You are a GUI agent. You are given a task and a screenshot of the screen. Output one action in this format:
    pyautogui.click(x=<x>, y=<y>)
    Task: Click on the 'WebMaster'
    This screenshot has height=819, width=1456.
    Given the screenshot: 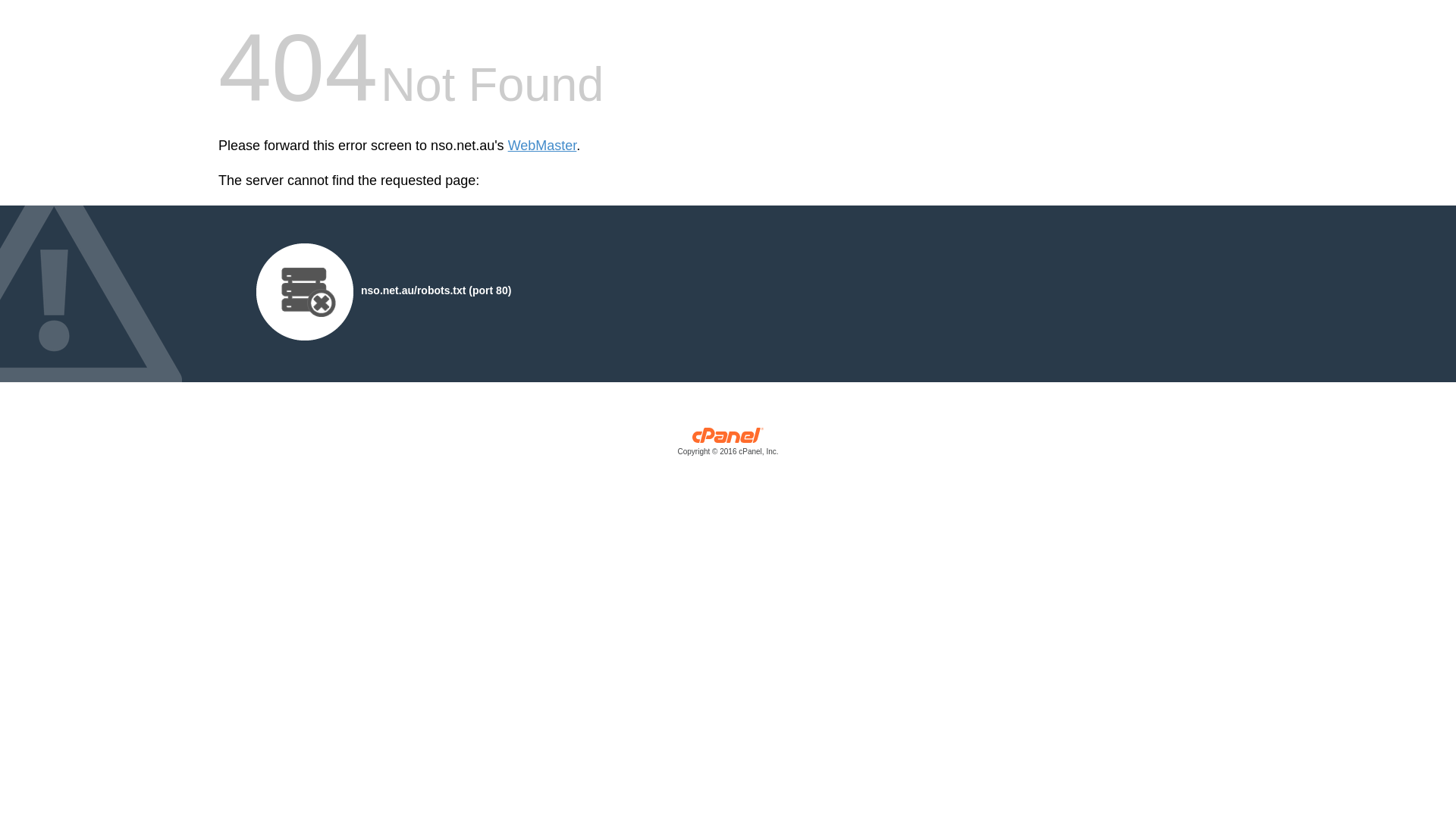 What is the action you would take?
    pyautogui.click(x=542, y=146)
    